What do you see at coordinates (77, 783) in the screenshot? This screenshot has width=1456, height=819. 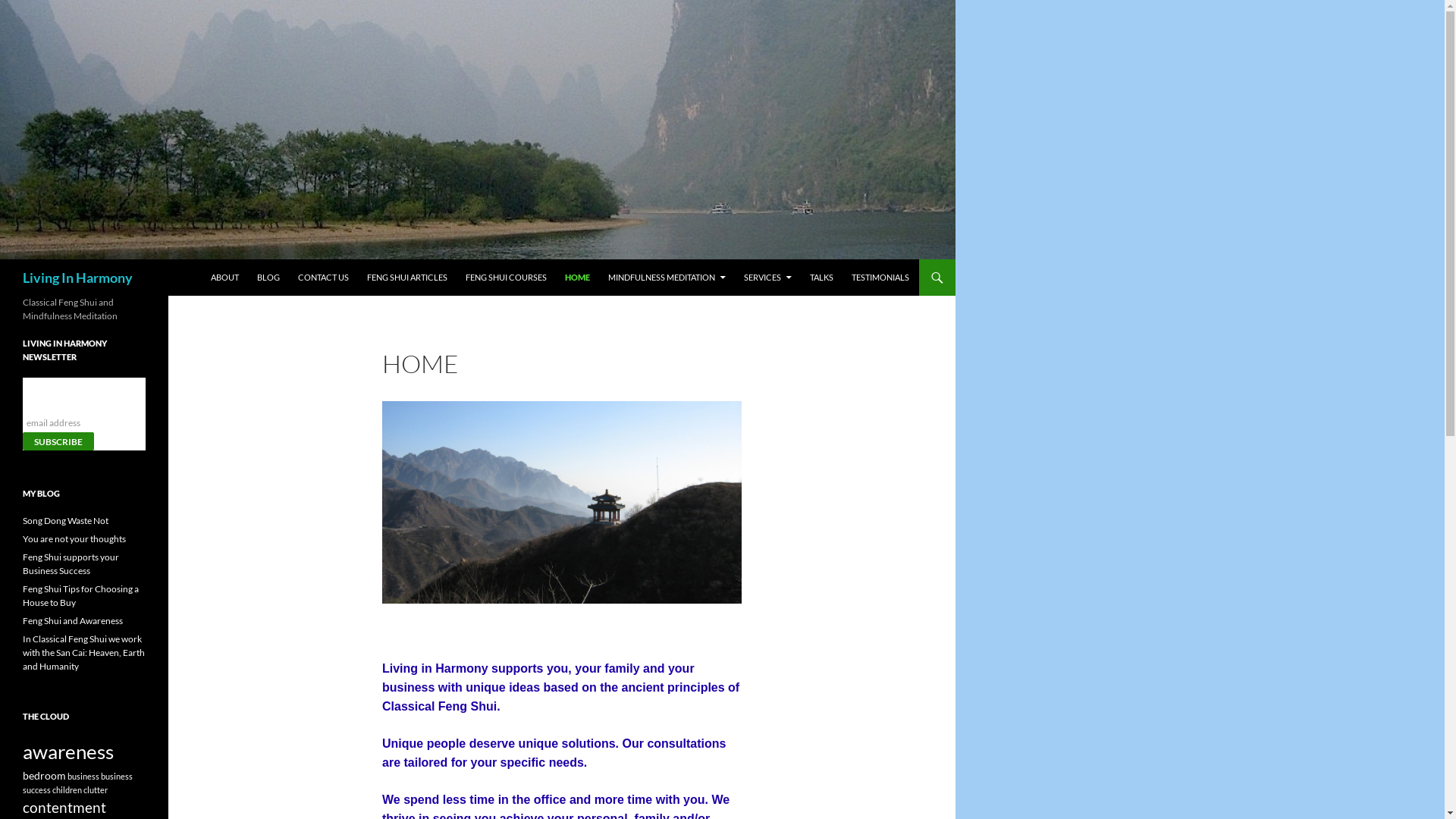 I see `'business success'` at bounding box center [77, 783].